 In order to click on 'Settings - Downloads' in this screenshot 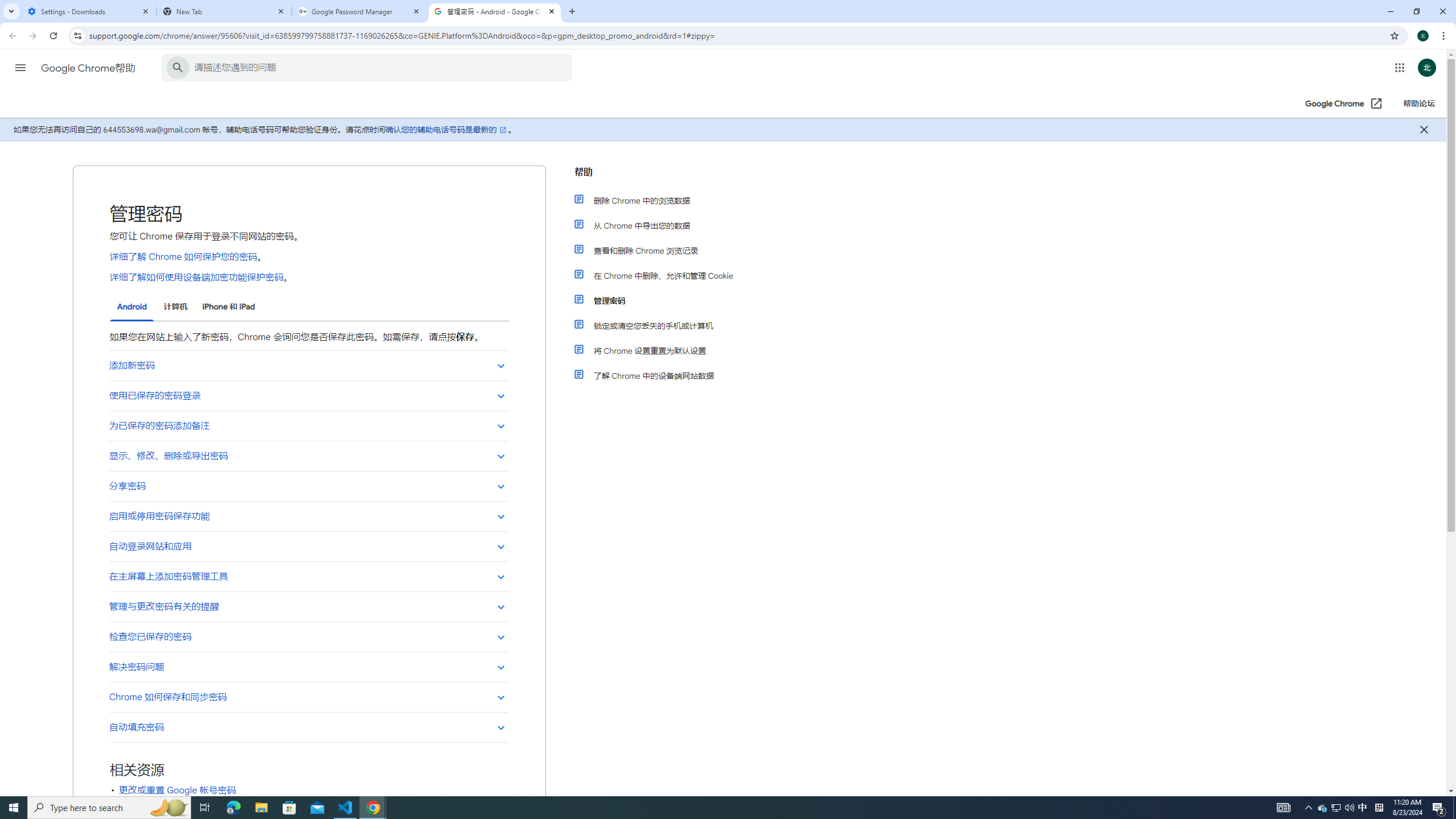, I will do `click(88, 11)`.